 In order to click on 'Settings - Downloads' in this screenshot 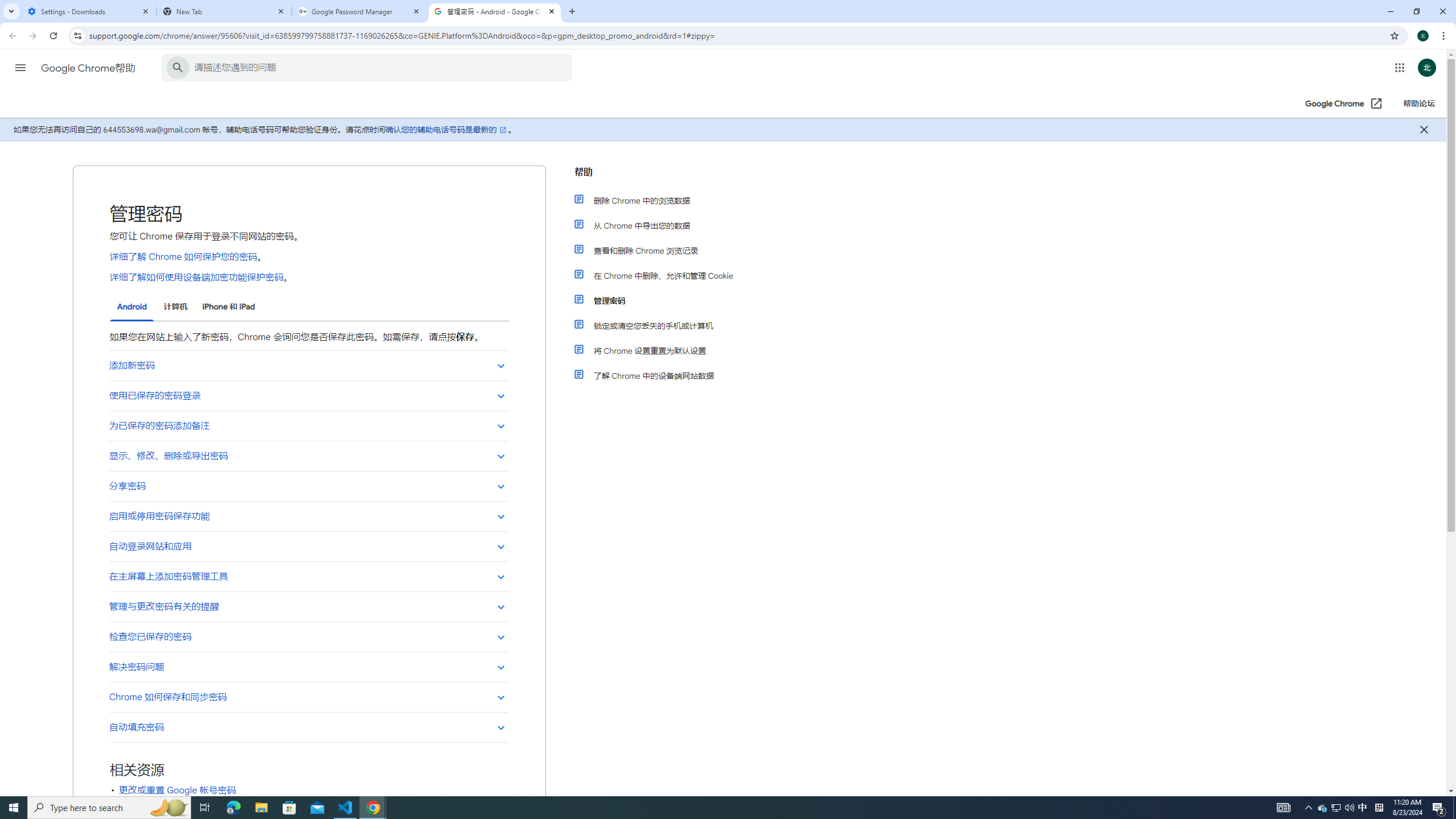, I will do `click(88, 11)`.